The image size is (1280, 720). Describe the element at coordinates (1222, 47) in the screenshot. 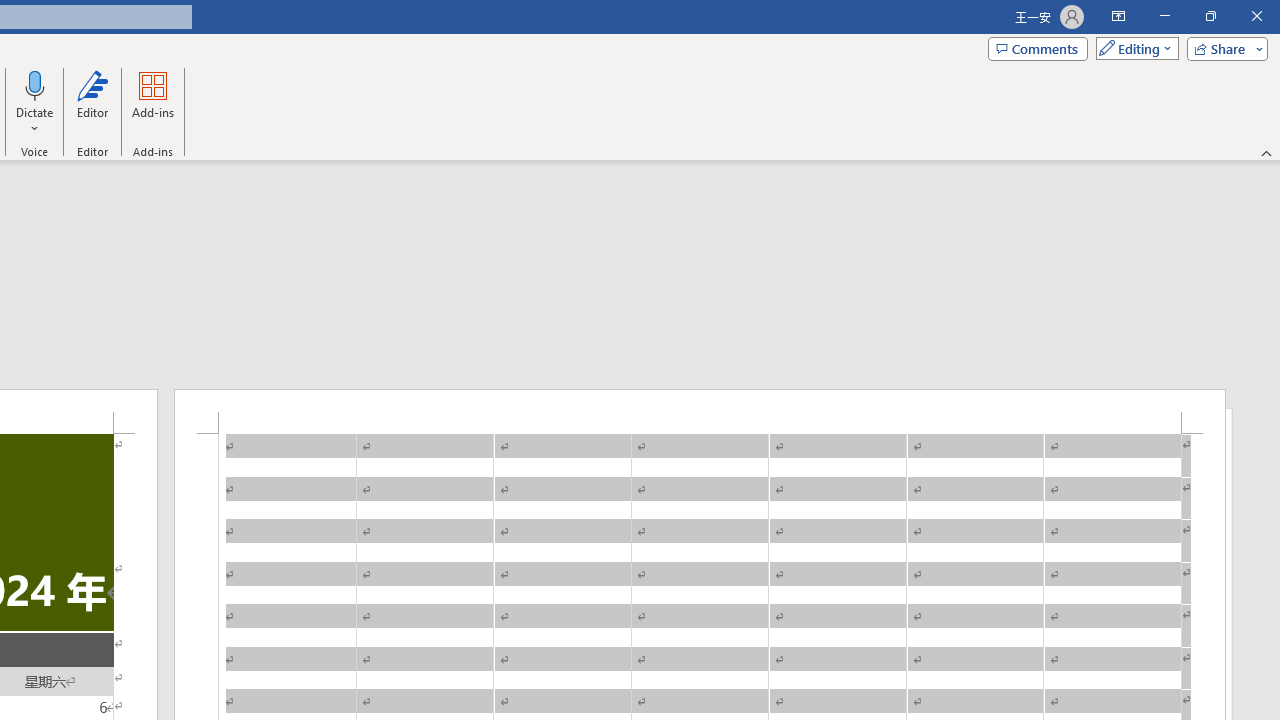

I see `'Share'` at that location.